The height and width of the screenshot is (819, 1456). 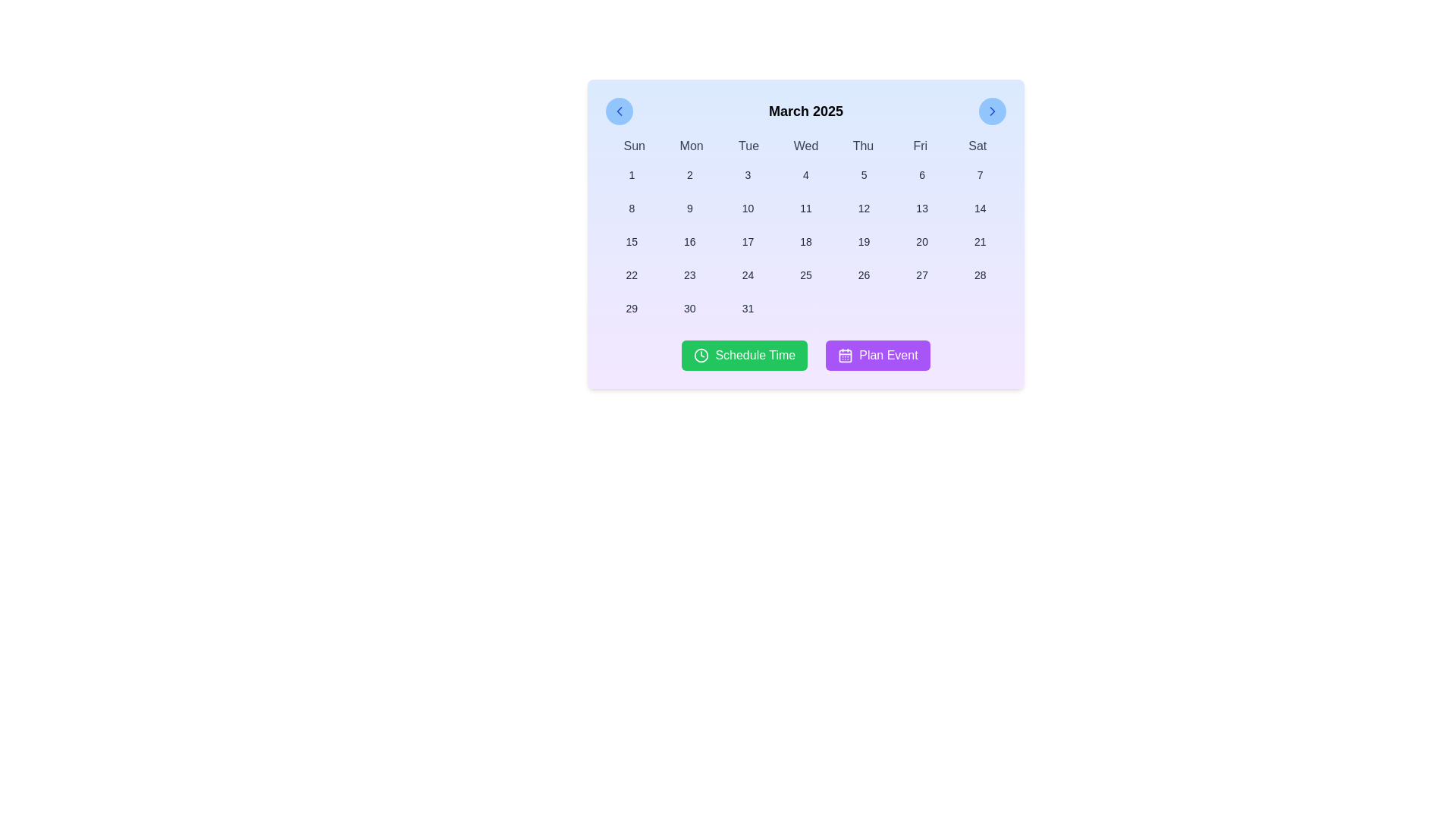 What do you see at coordinates (921, 174) in the screenshot?
I see `the rounded-rectangle button with the number '6' centered inside` at bounding box center [921, 174].